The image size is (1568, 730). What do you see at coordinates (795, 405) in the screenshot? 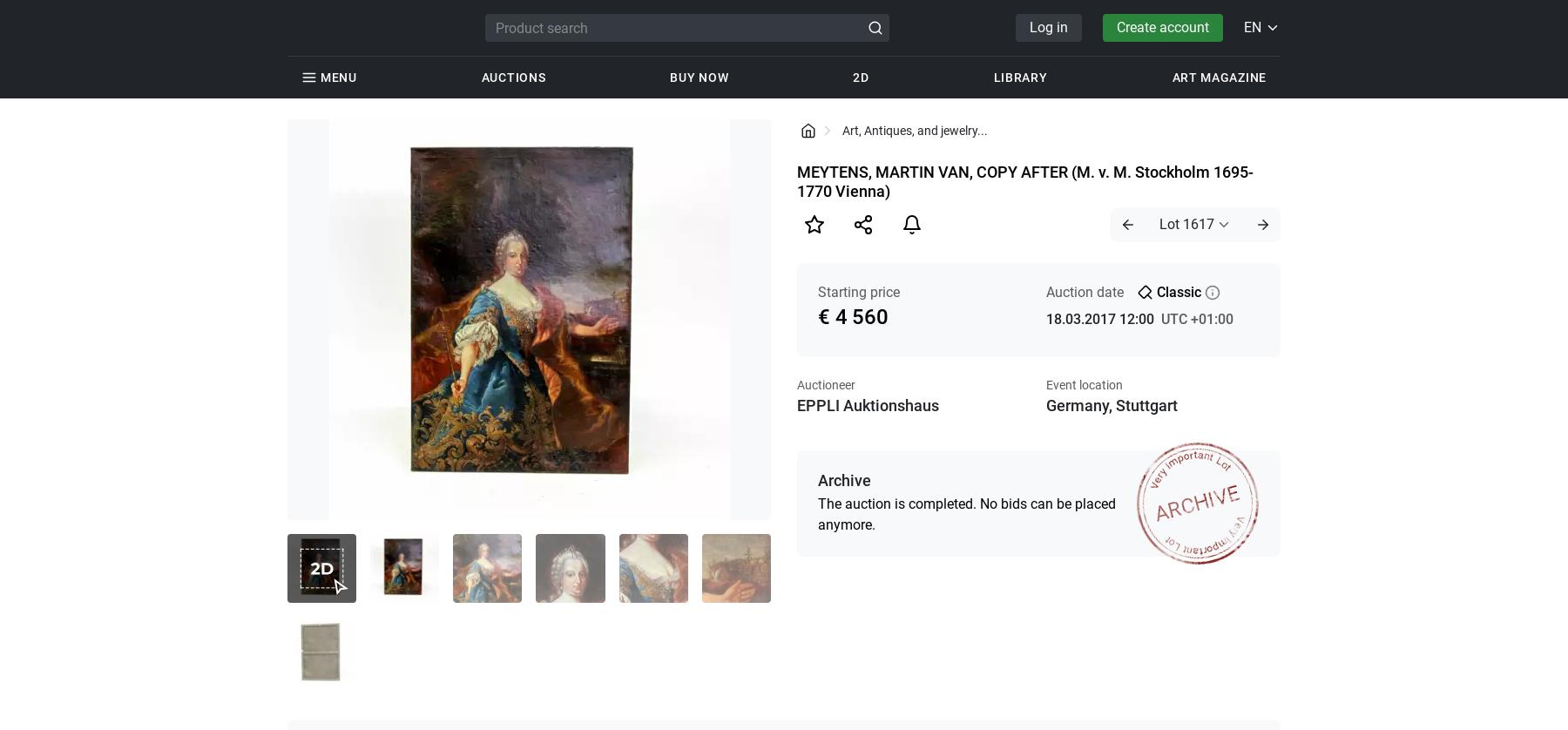
I see `'EPPLI Auktionshaus'` at bounding box center [795, 405].